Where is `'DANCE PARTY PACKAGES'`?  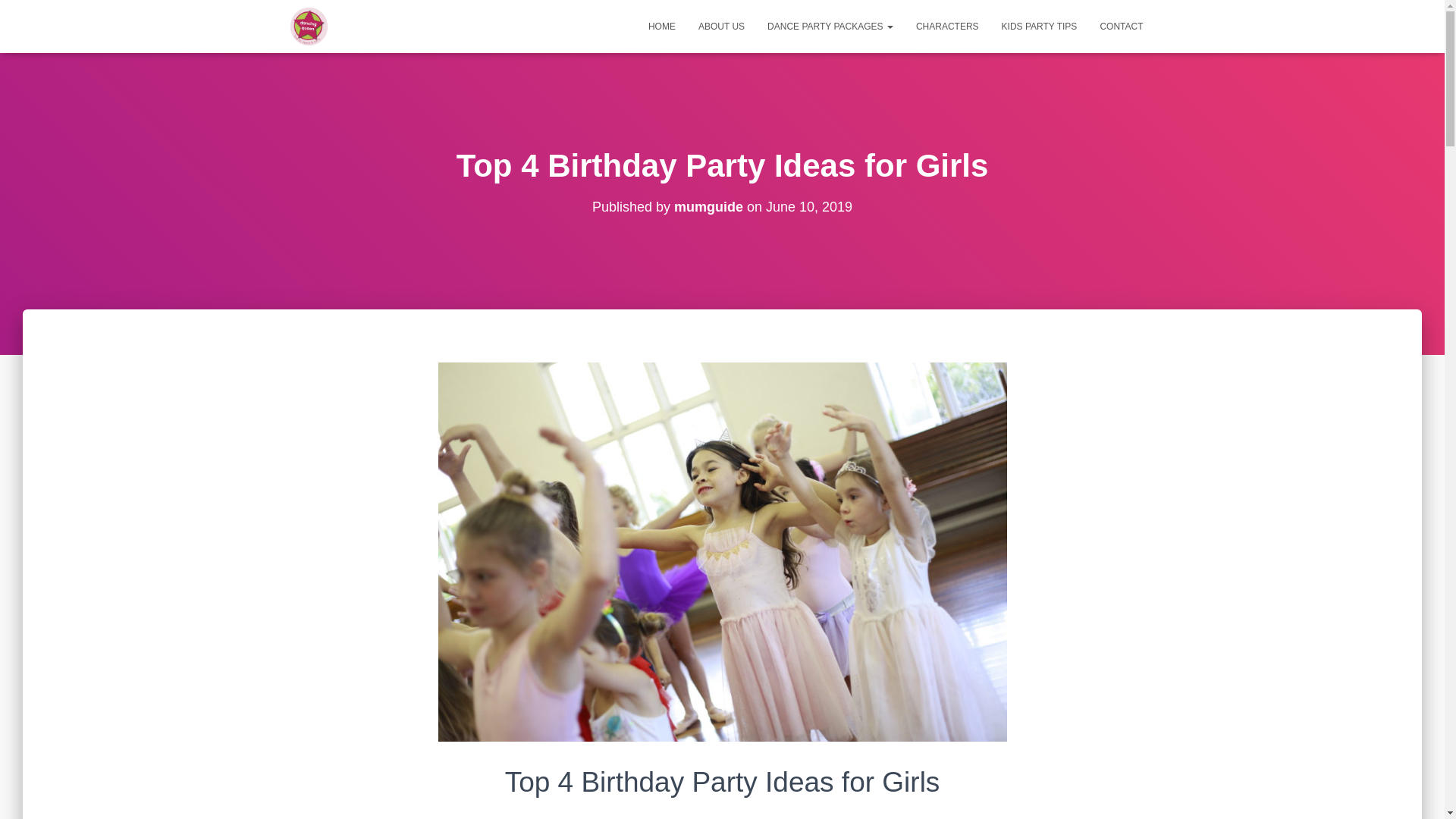
'DANCE PARTY PACKAGES' is located at coordinates (829, 26).